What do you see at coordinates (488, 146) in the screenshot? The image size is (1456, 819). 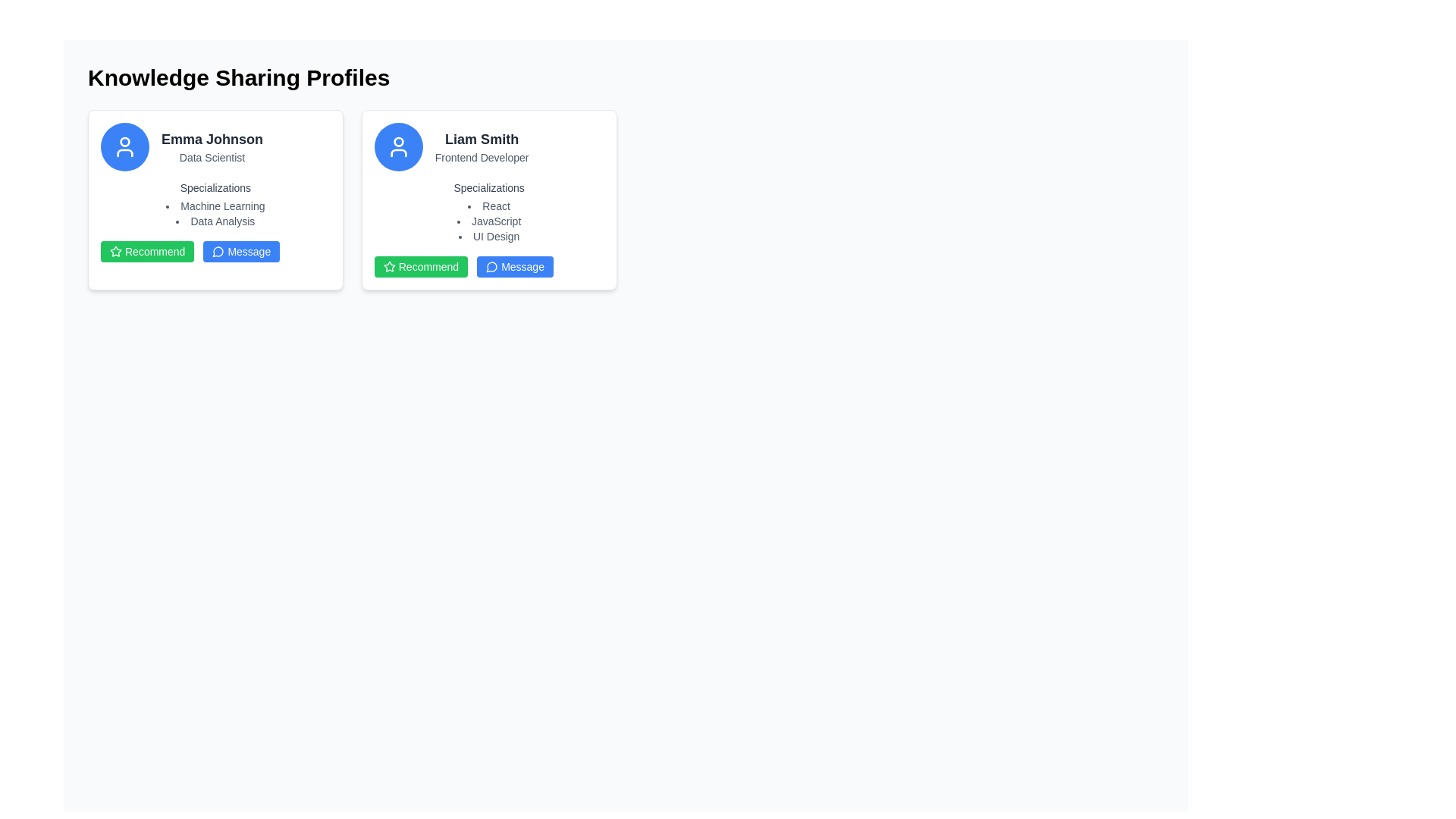 I see `textual information in the profile summary section located in the topmost area of the second profile card from the left` at bounding box center [488, 146].